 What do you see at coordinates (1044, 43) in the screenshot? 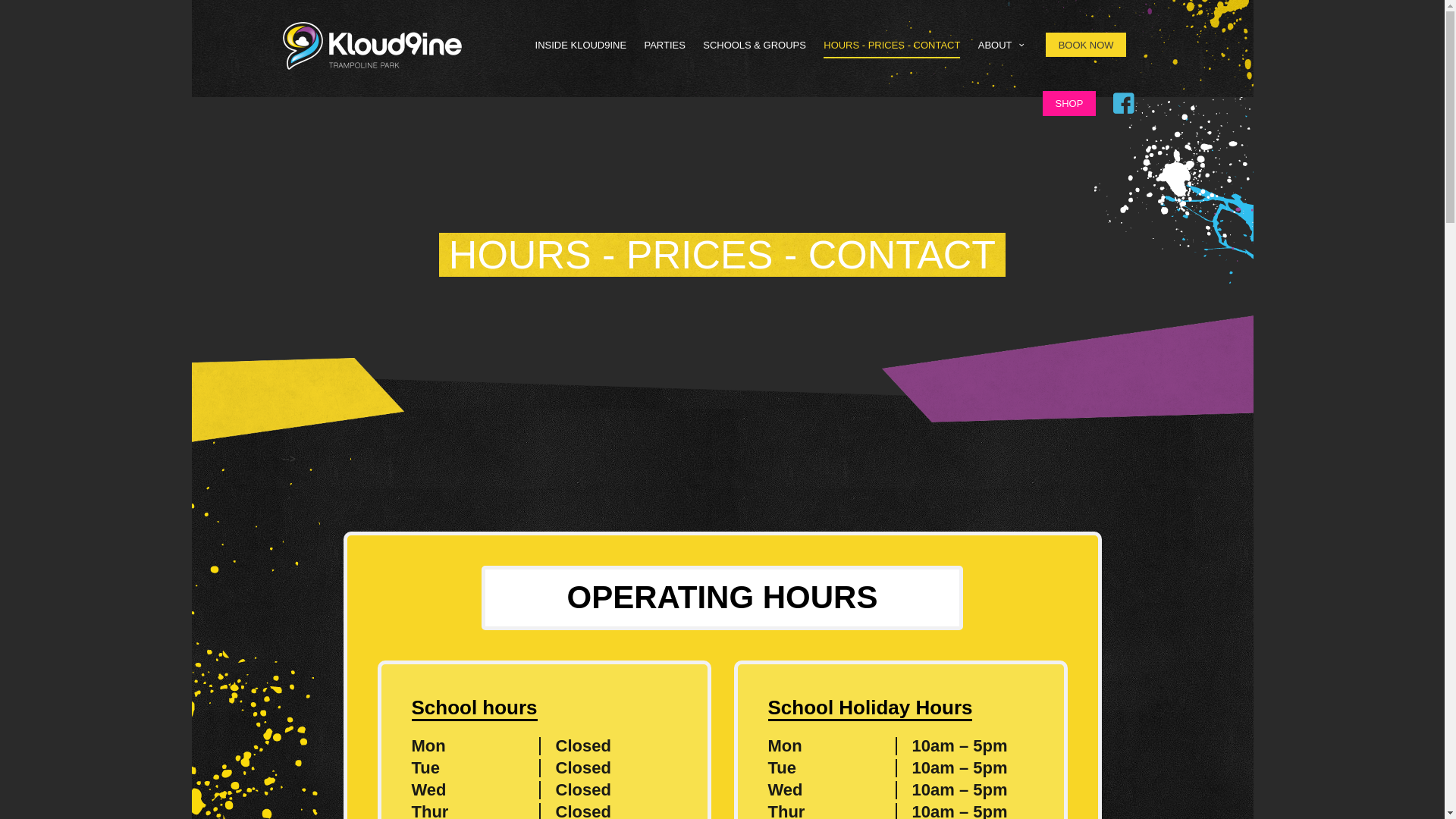
I see `'BOOK NOW'` at bounding box center [1044, 43].